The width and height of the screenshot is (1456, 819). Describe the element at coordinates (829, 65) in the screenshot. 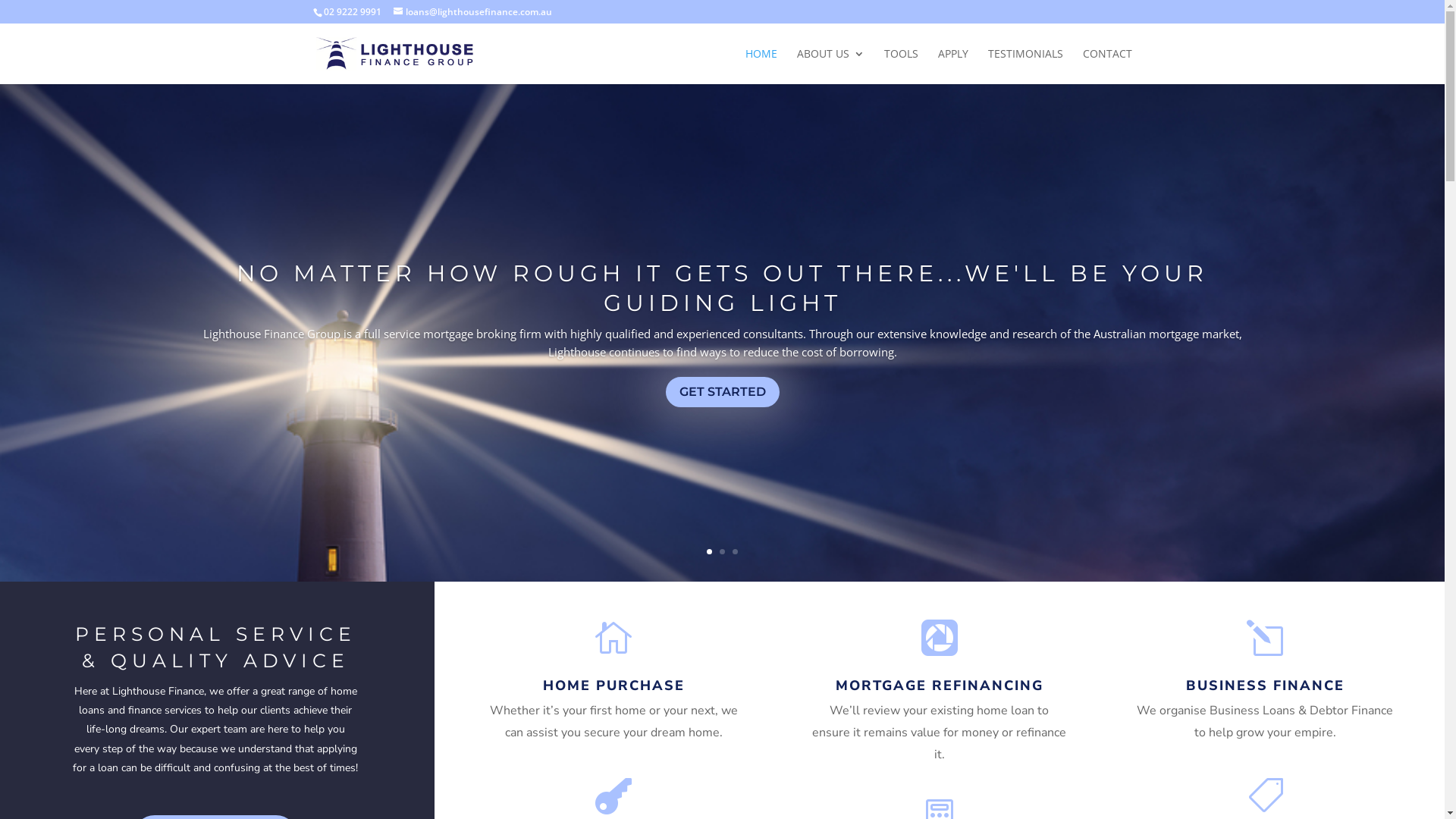

I see `'ABOUT US'` at that location.